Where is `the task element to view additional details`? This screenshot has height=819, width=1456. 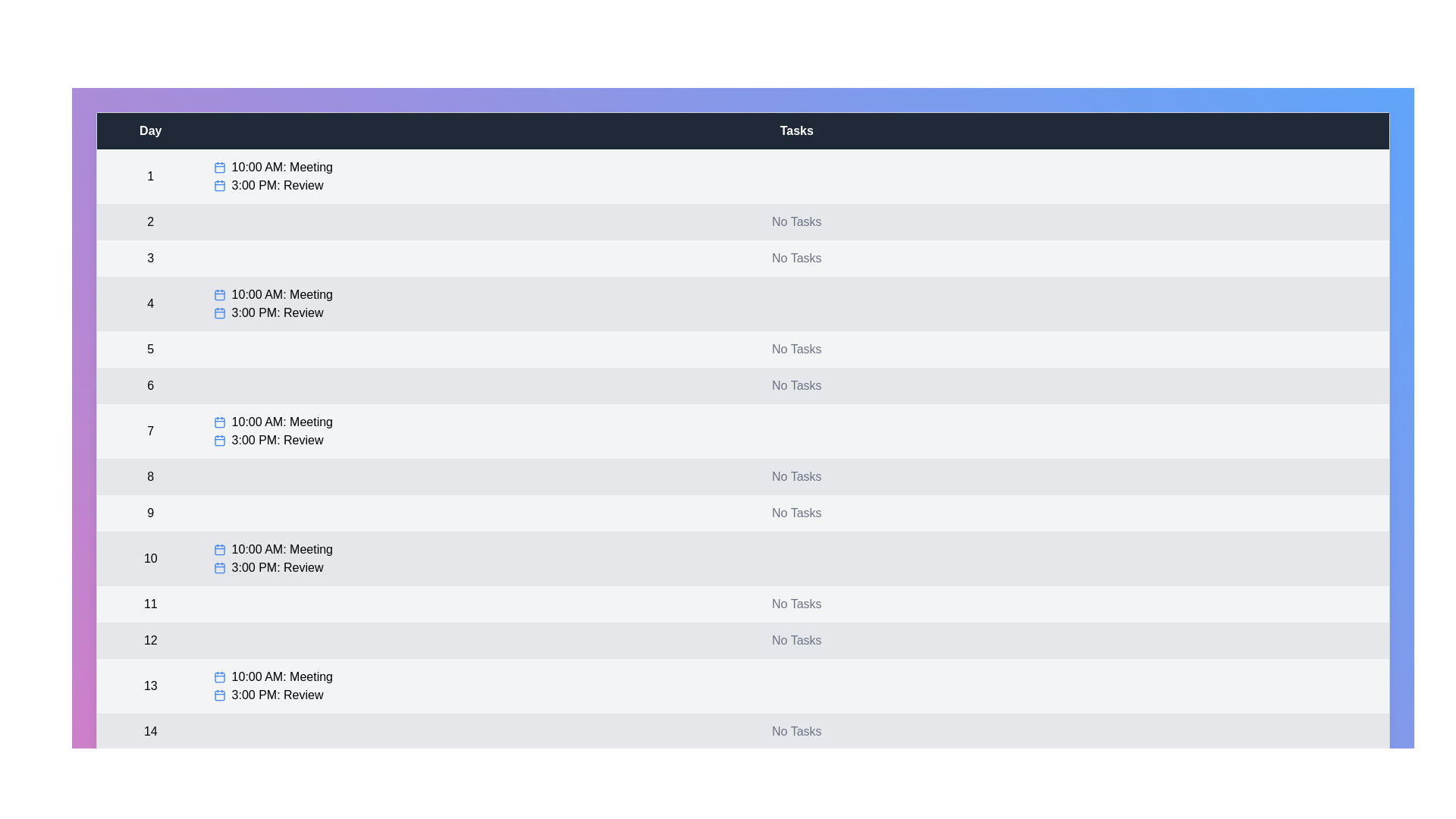
the task element to view additional details is located at coordinates (218, 167).